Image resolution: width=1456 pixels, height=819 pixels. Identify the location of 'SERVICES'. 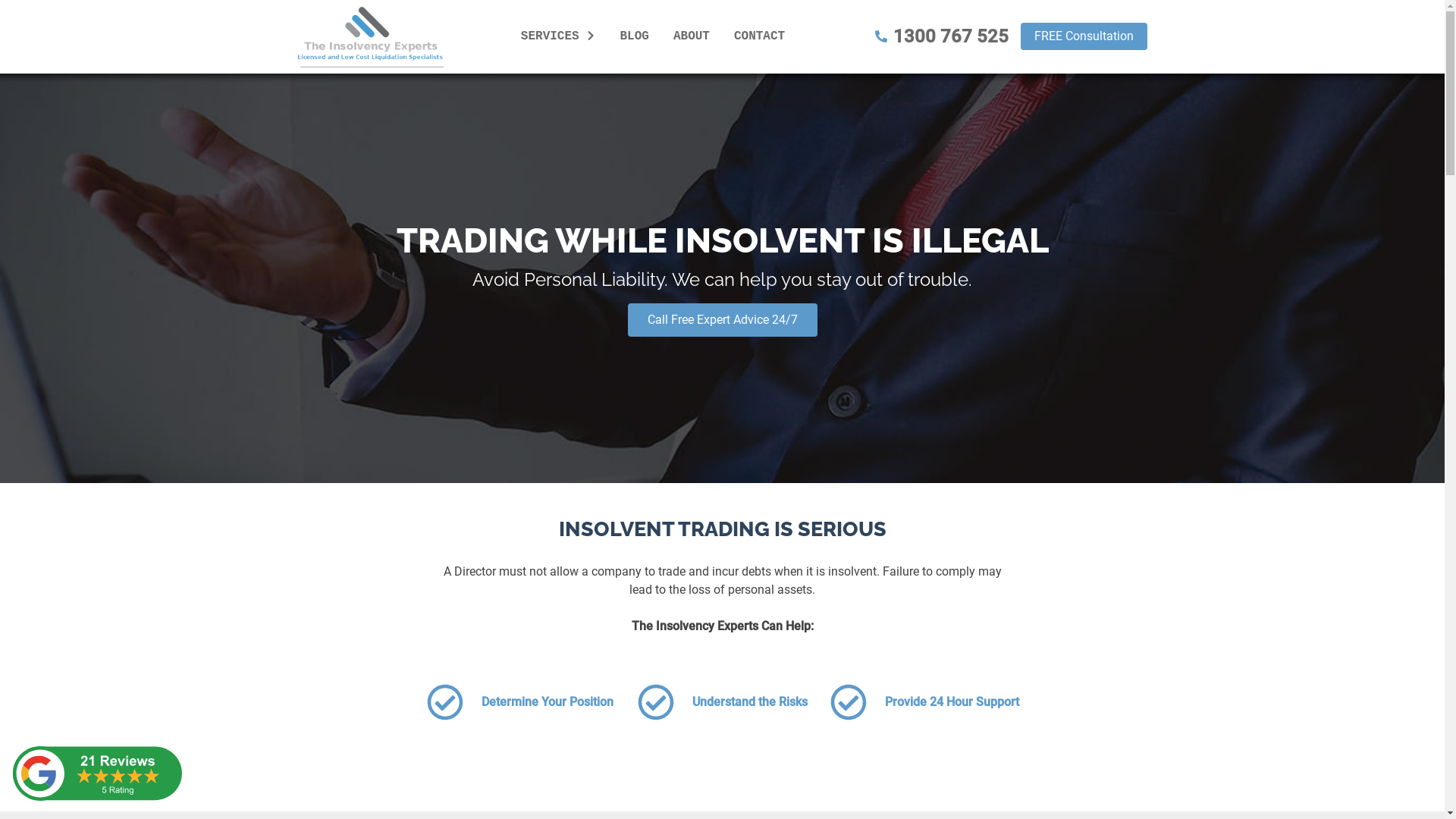
(557, 35).